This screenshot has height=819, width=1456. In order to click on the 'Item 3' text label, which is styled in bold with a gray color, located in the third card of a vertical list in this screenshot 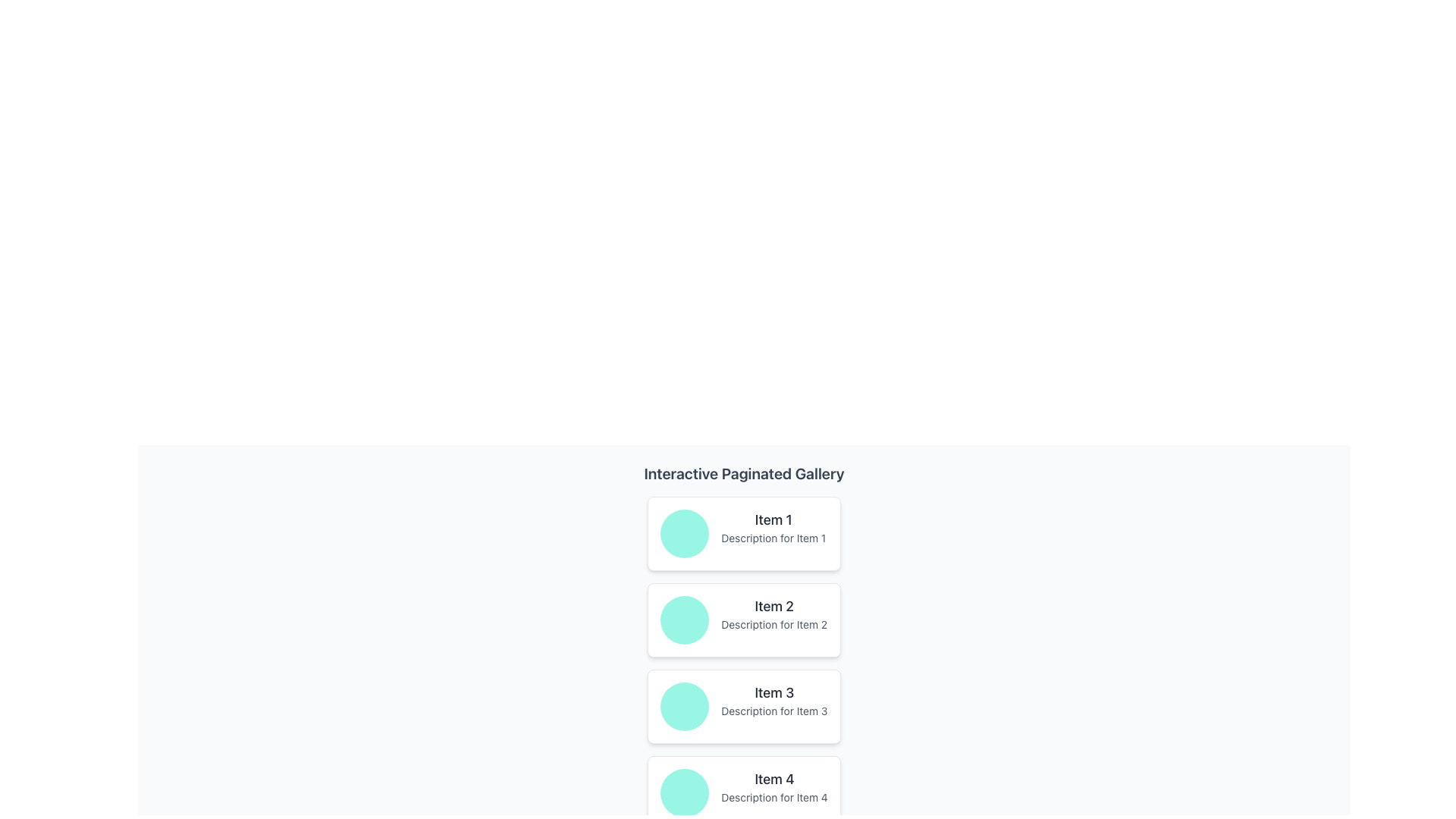, I will do `click(774, 693)`.